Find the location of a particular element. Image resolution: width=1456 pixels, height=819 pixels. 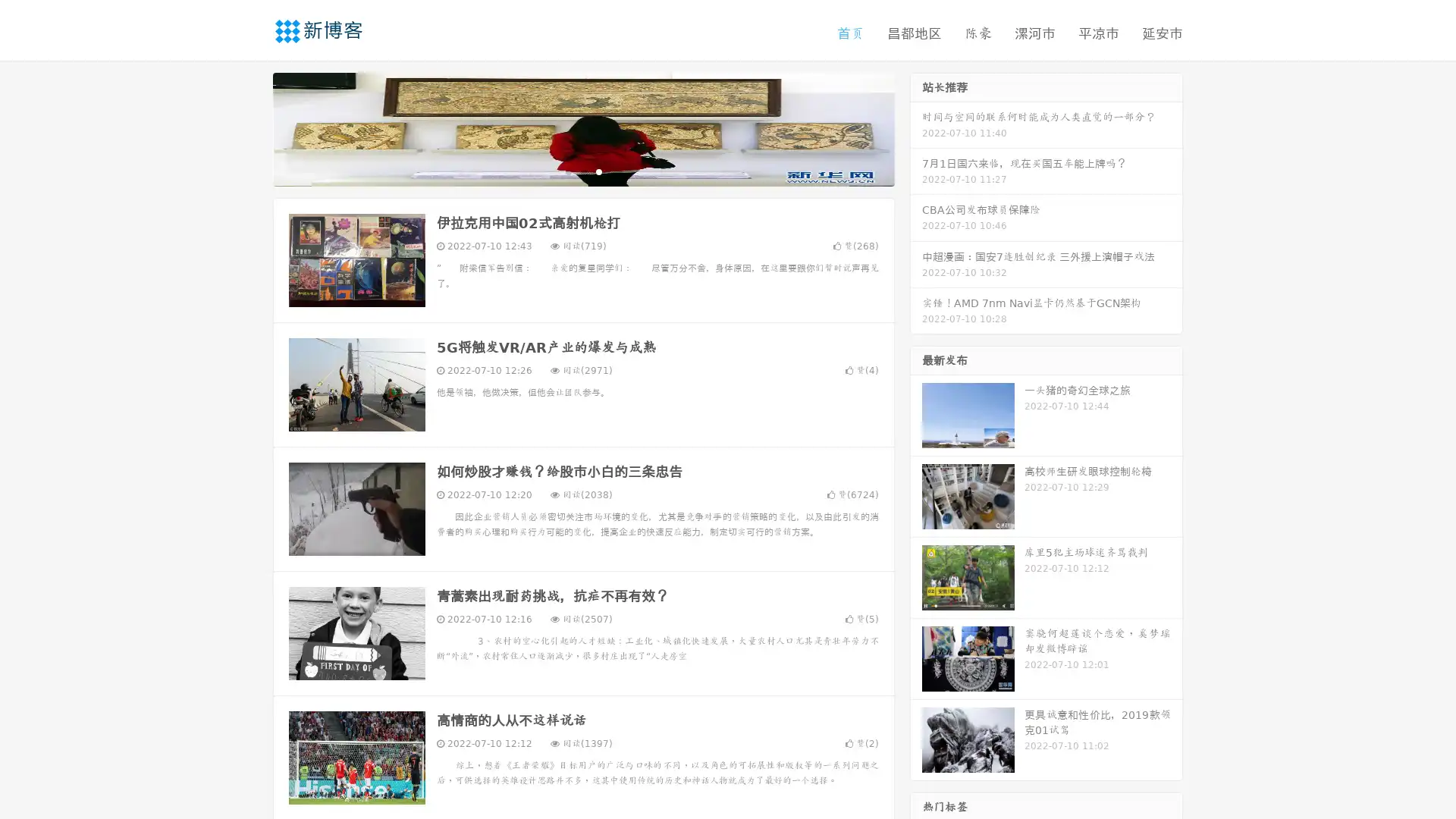

Go to slide 2 is located at coordinates (582, 171).